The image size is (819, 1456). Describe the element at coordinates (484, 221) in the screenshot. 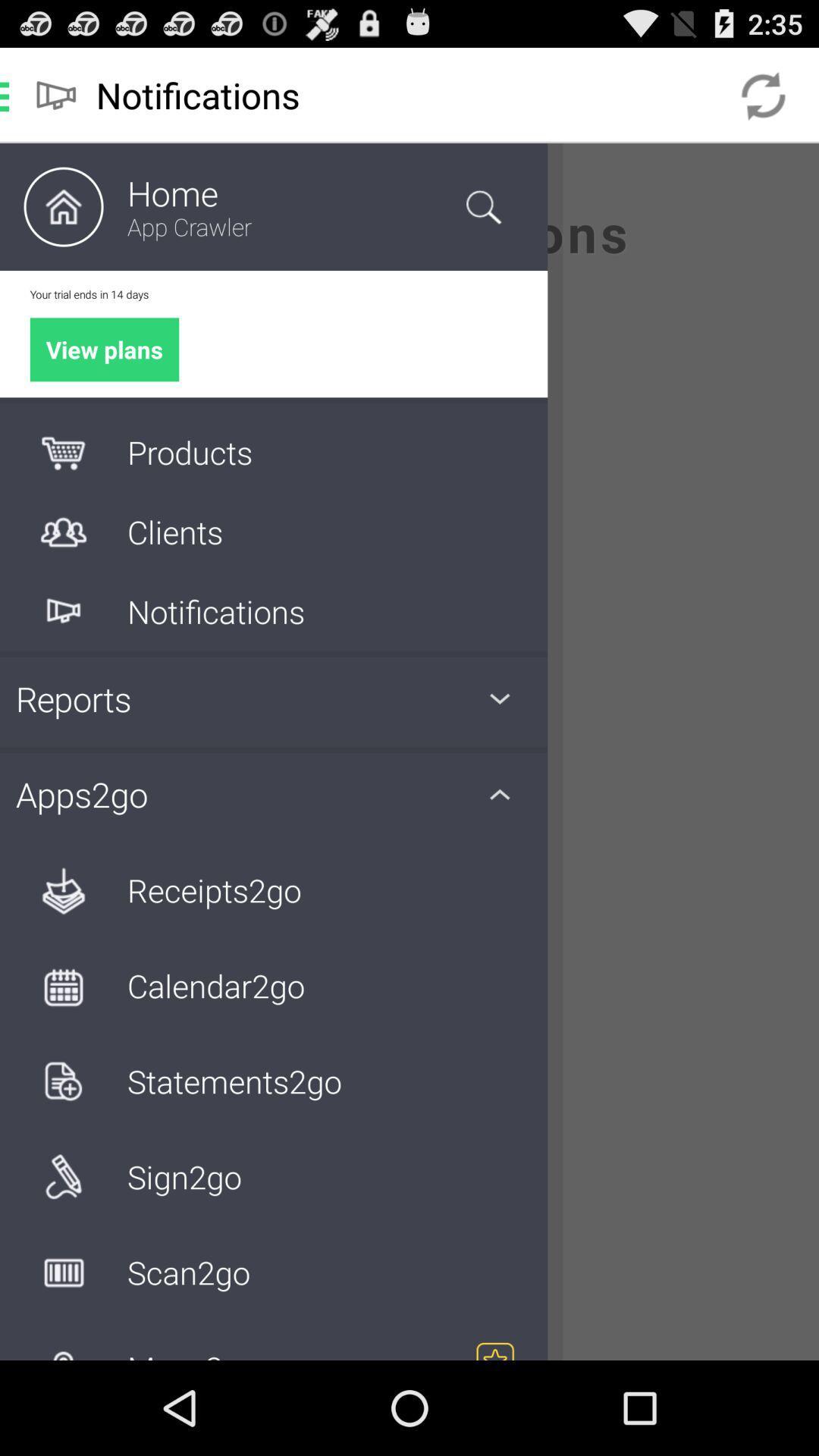

I see `the search icon` at that location.